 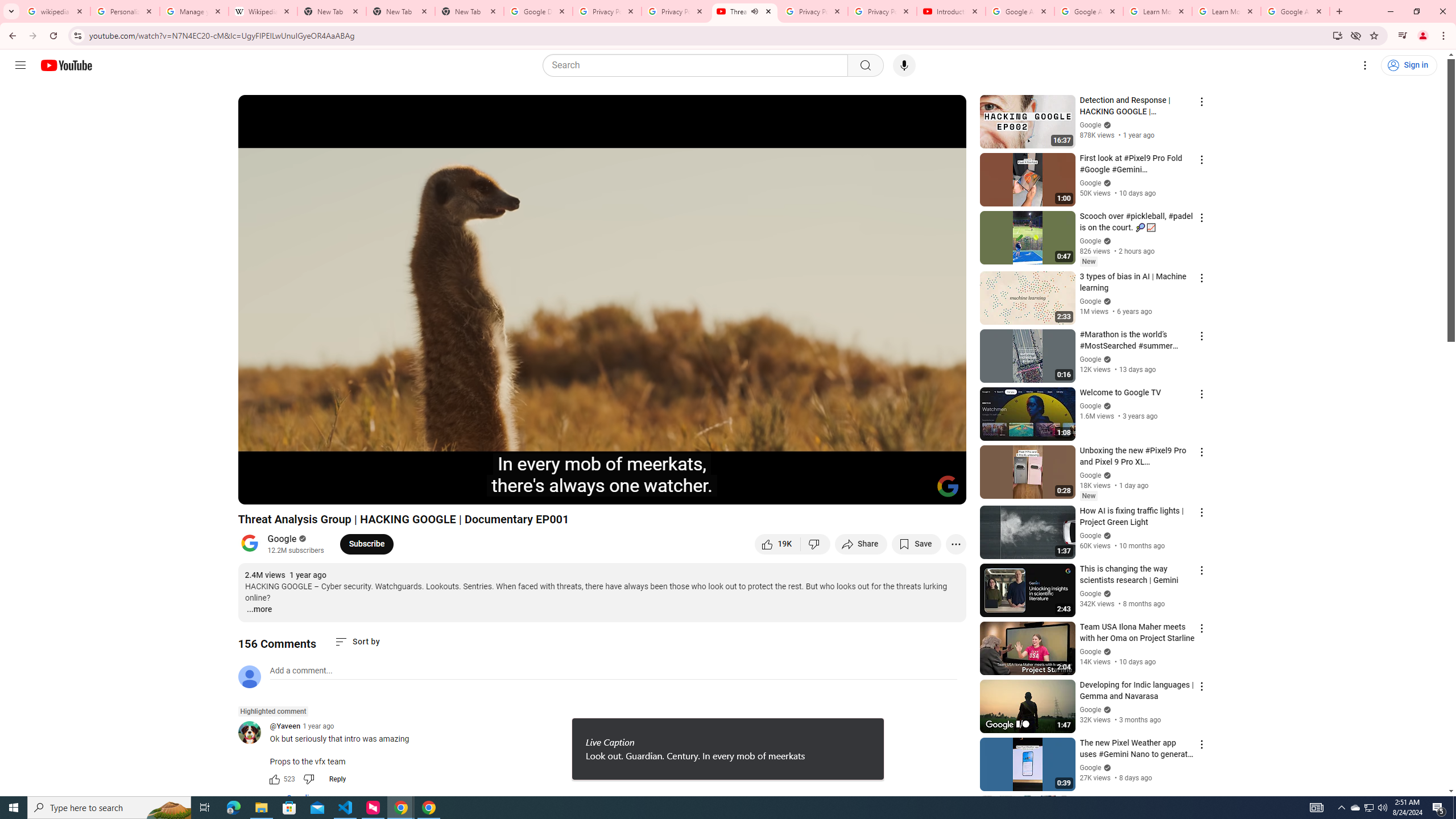 What do you see at coordinates (809, 490) in the screenshot?
I see `'Autoplay is on'` at bounding box center [809, 490].